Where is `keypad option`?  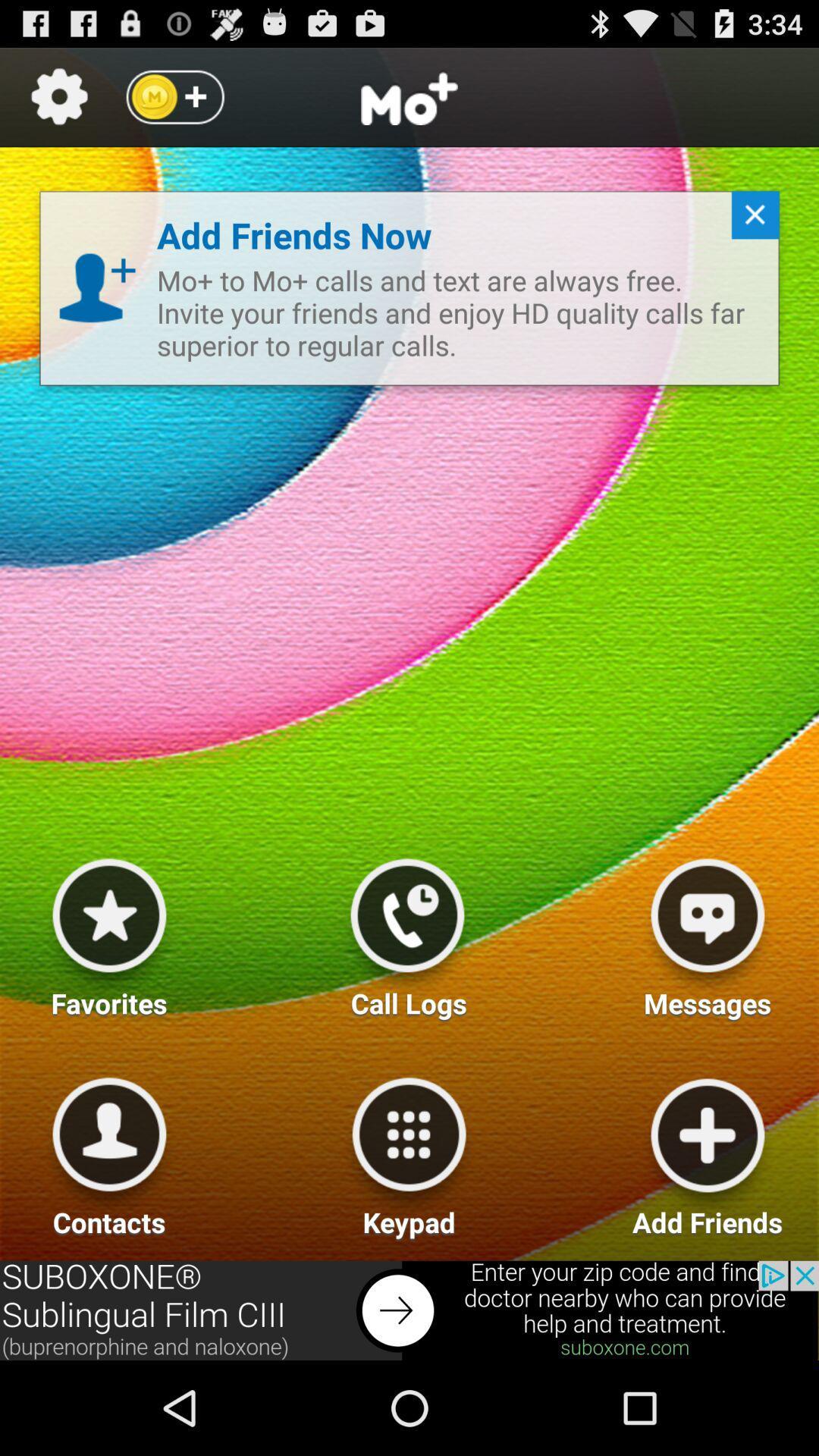
keypad option is located at coordinates (408, 1151).